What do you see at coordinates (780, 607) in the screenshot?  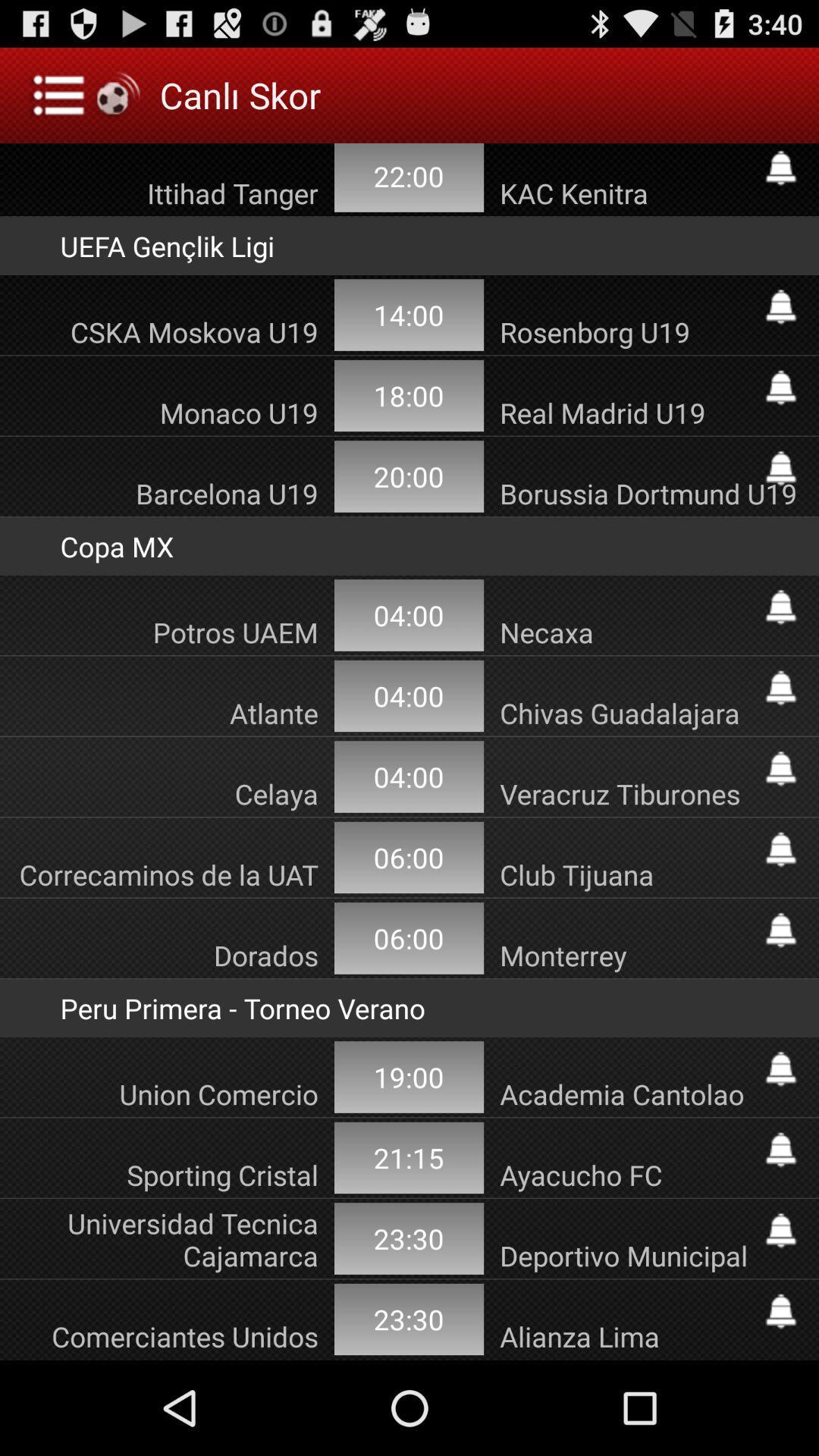 I see `activate alert` at bounding box center [780, 607].